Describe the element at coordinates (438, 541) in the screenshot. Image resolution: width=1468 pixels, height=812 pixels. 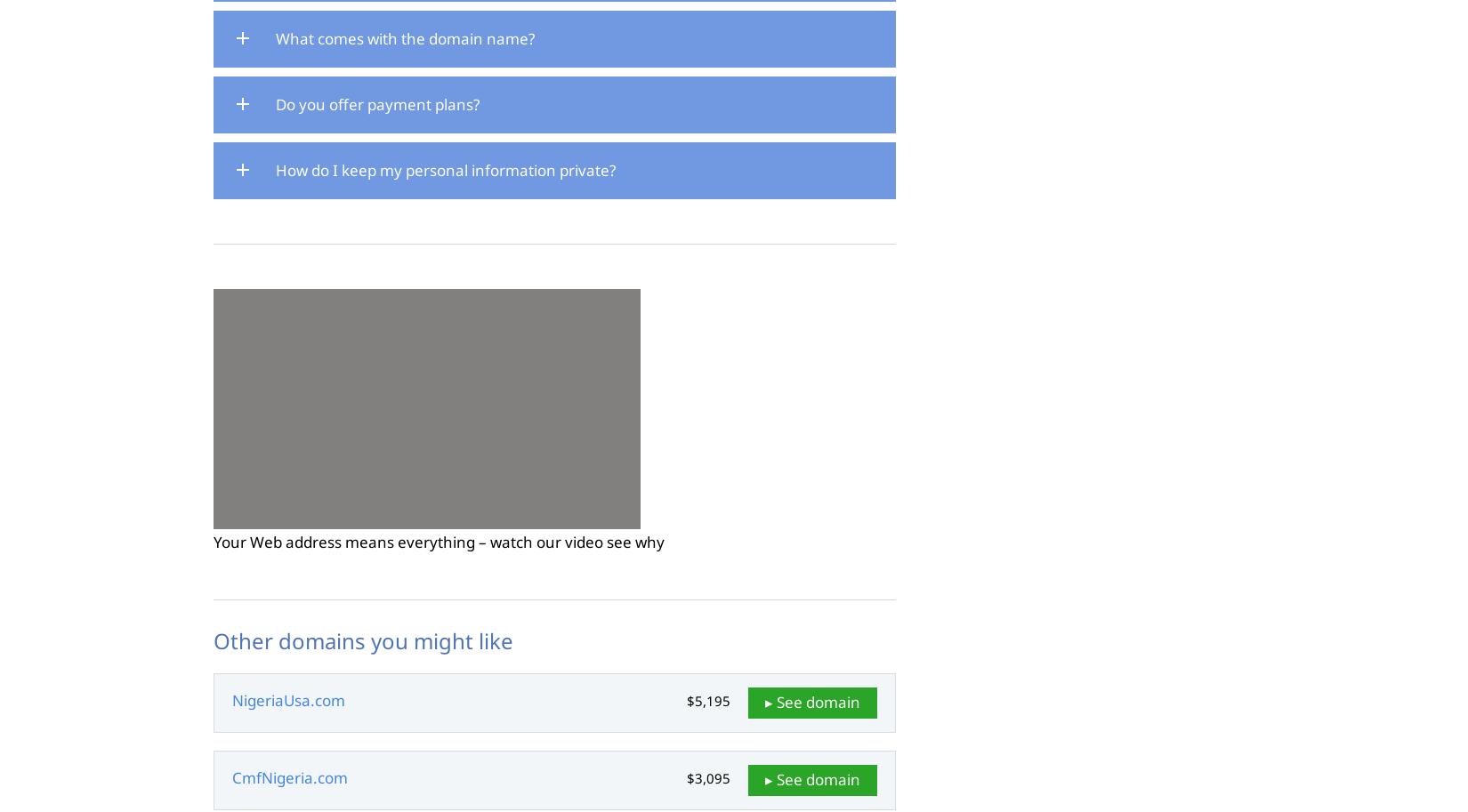
I see `'Your Web address means everything – watch our video see why'` at that location.